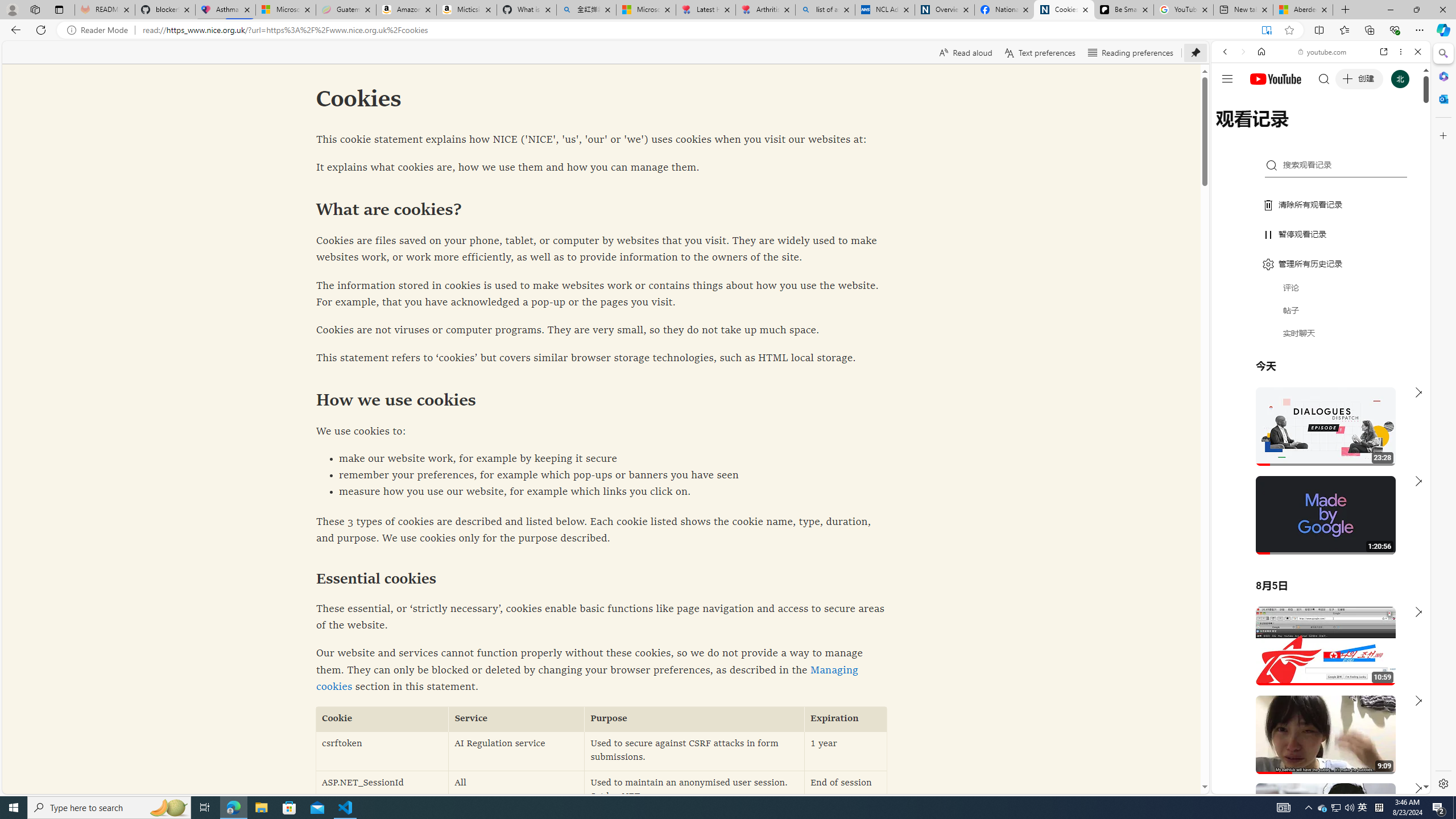 The image size is (1456, 819). I want to click on 'Purpose', so click(694, 718).